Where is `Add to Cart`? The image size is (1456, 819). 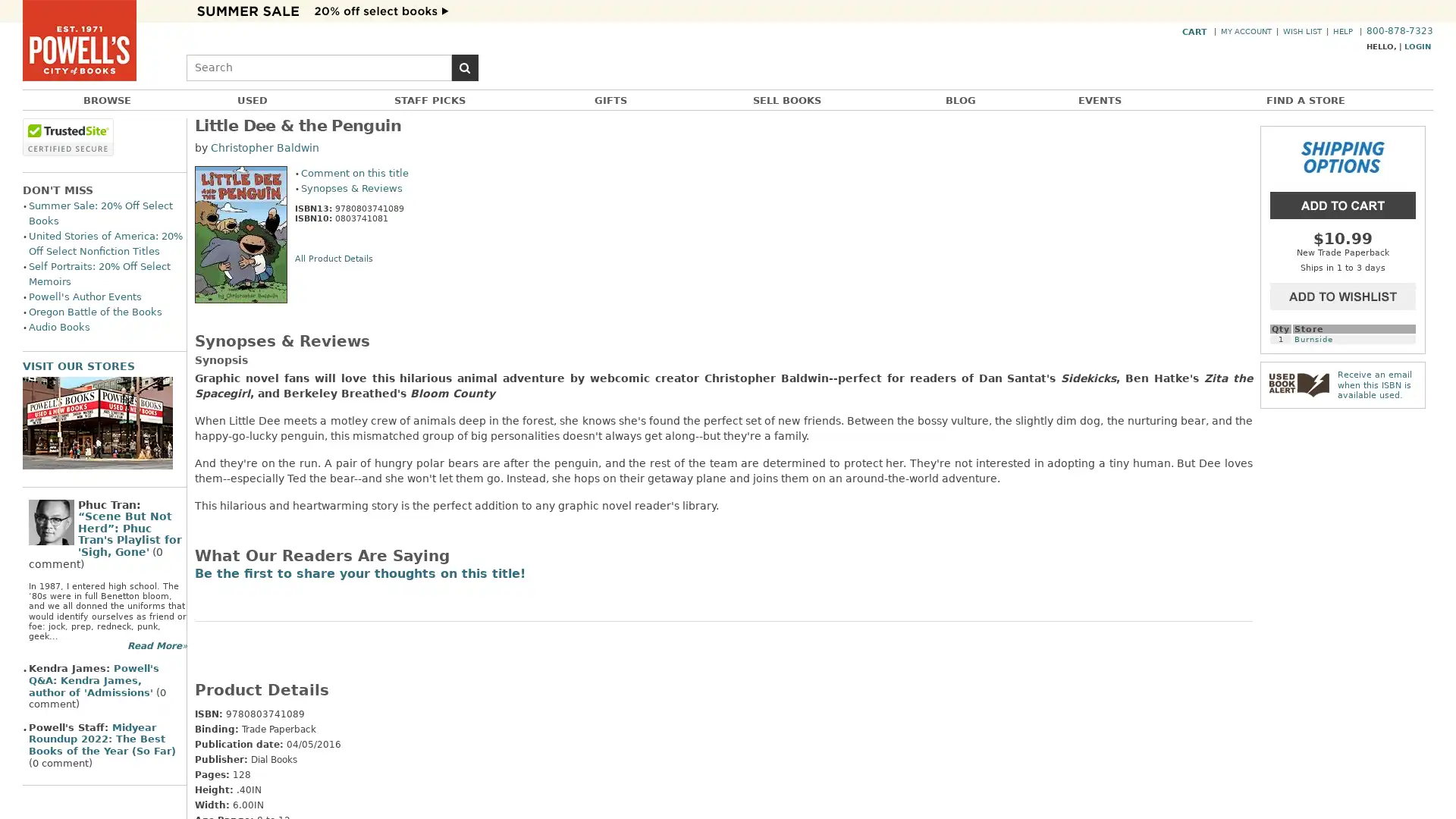 Add to Cart is located at coordinates (1343, 203).